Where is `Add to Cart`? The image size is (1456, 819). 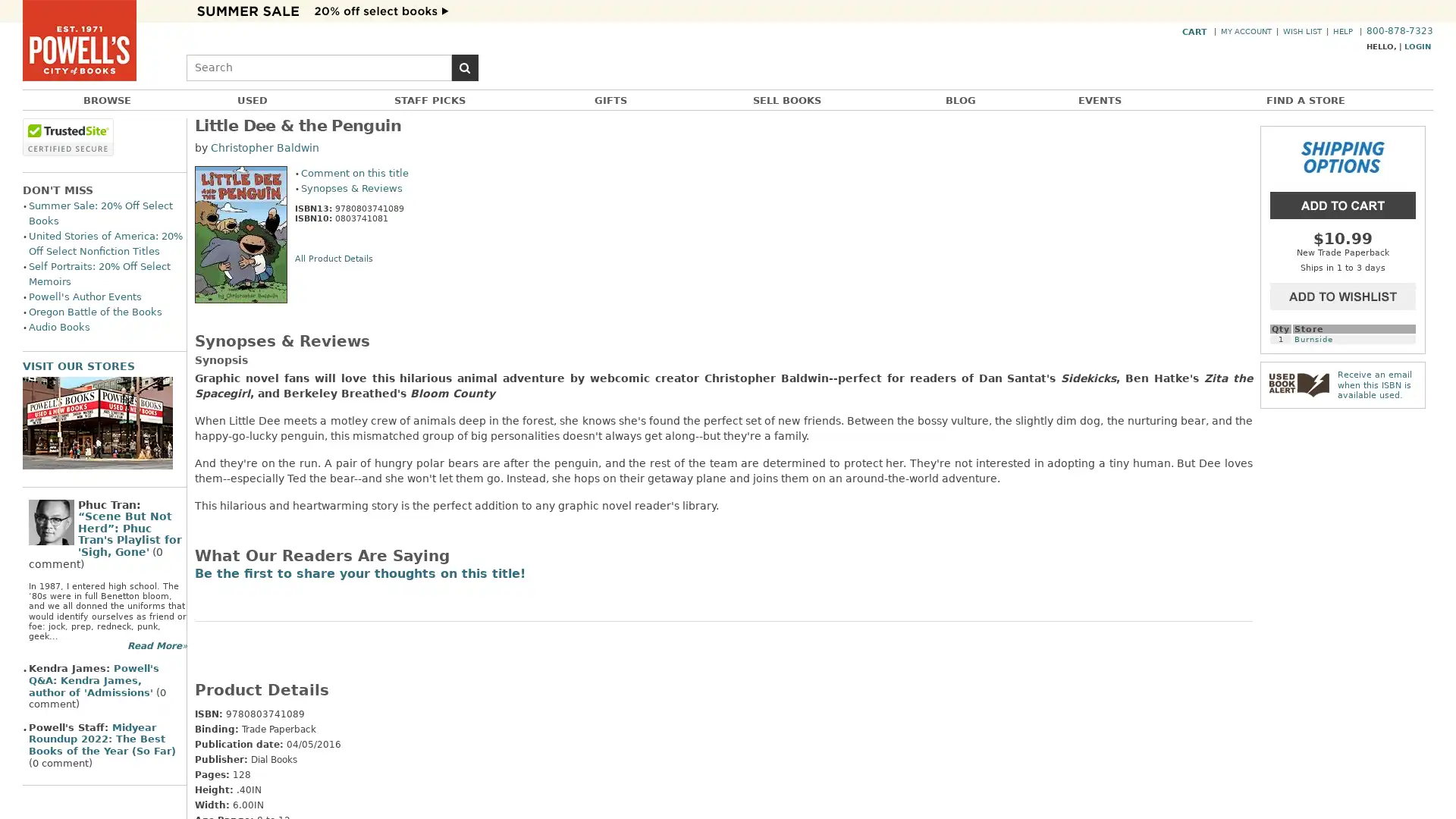 Add to Cart is located at coordinates (1343, 203).